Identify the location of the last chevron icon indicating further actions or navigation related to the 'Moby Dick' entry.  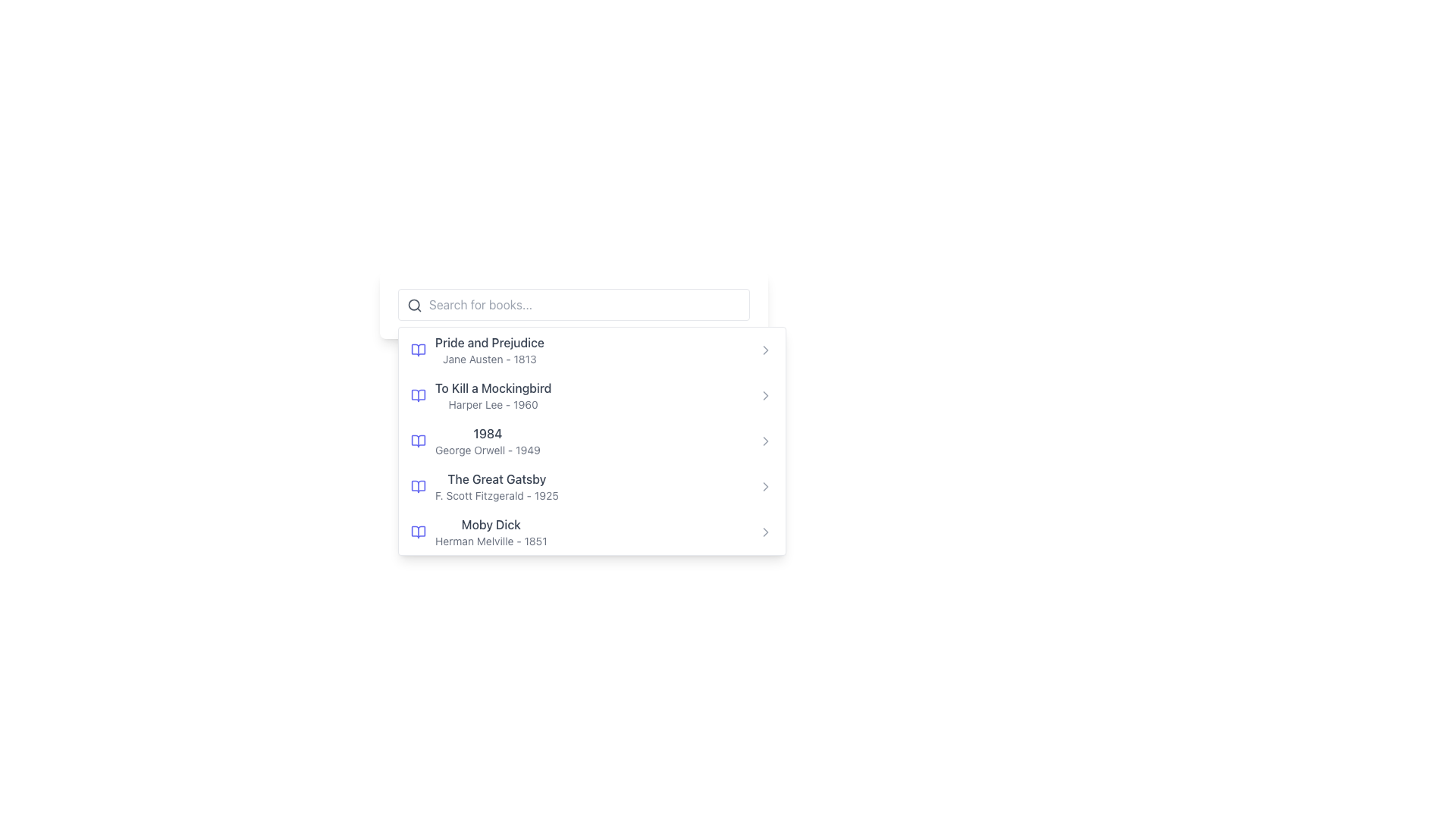
(765, 532).